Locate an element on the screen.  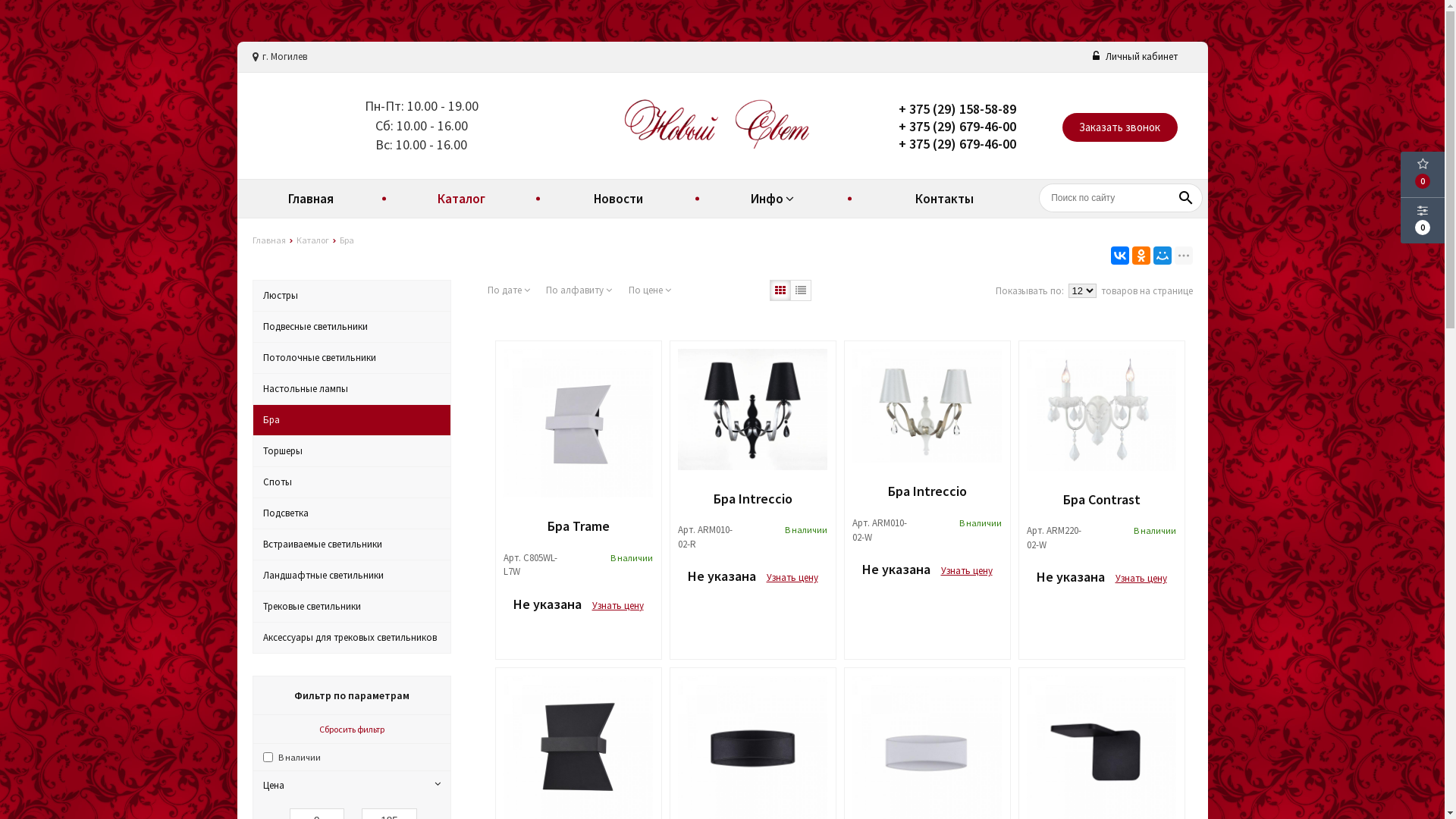
'0' is located at coordinates (1422, 174).